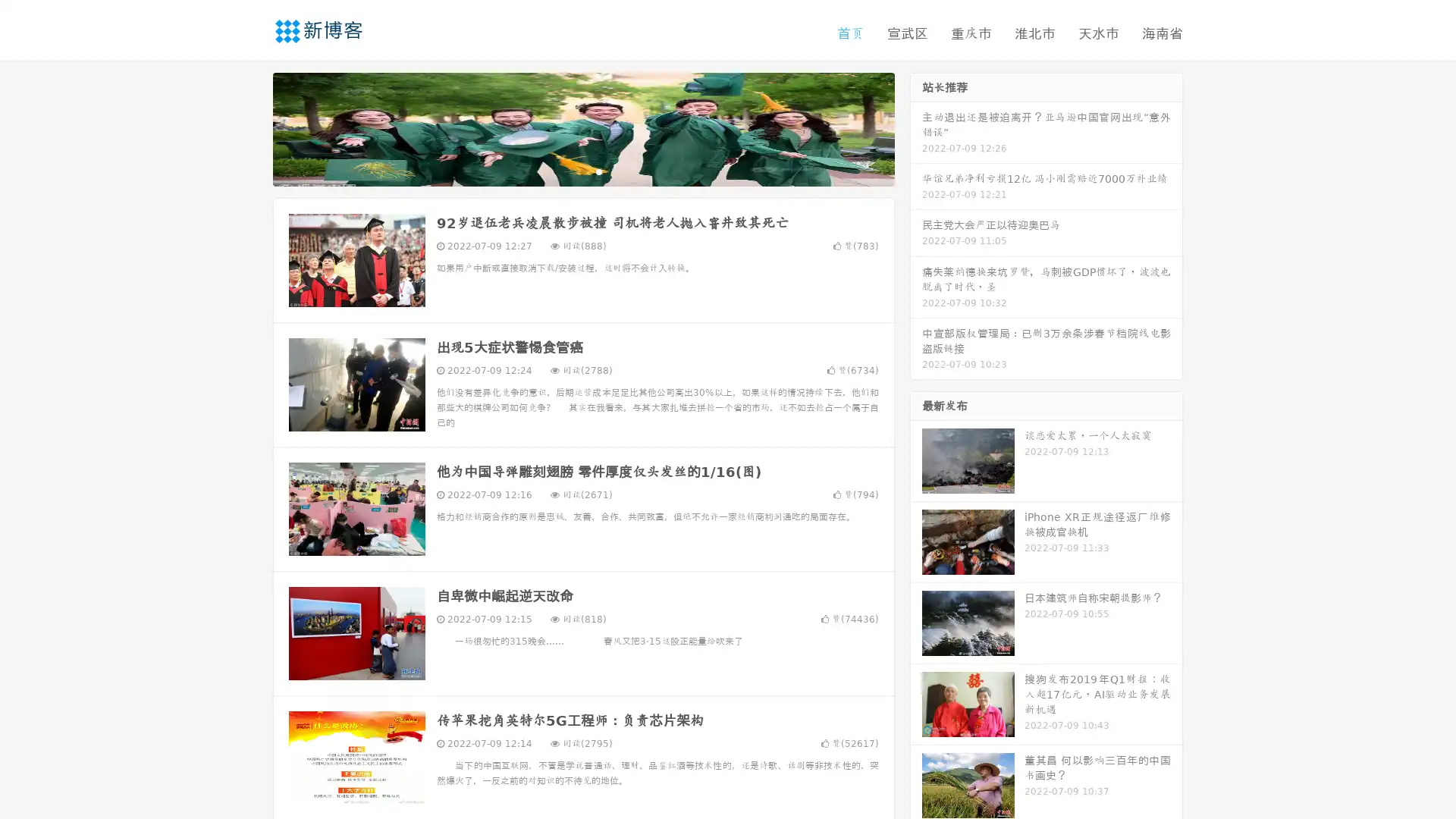 The height and width of the screenshot is (819, 1456). What do you see at coordinates (567, 171) in the screenshot?
I see `Go to slide 1` at bounding box center [567, 171].